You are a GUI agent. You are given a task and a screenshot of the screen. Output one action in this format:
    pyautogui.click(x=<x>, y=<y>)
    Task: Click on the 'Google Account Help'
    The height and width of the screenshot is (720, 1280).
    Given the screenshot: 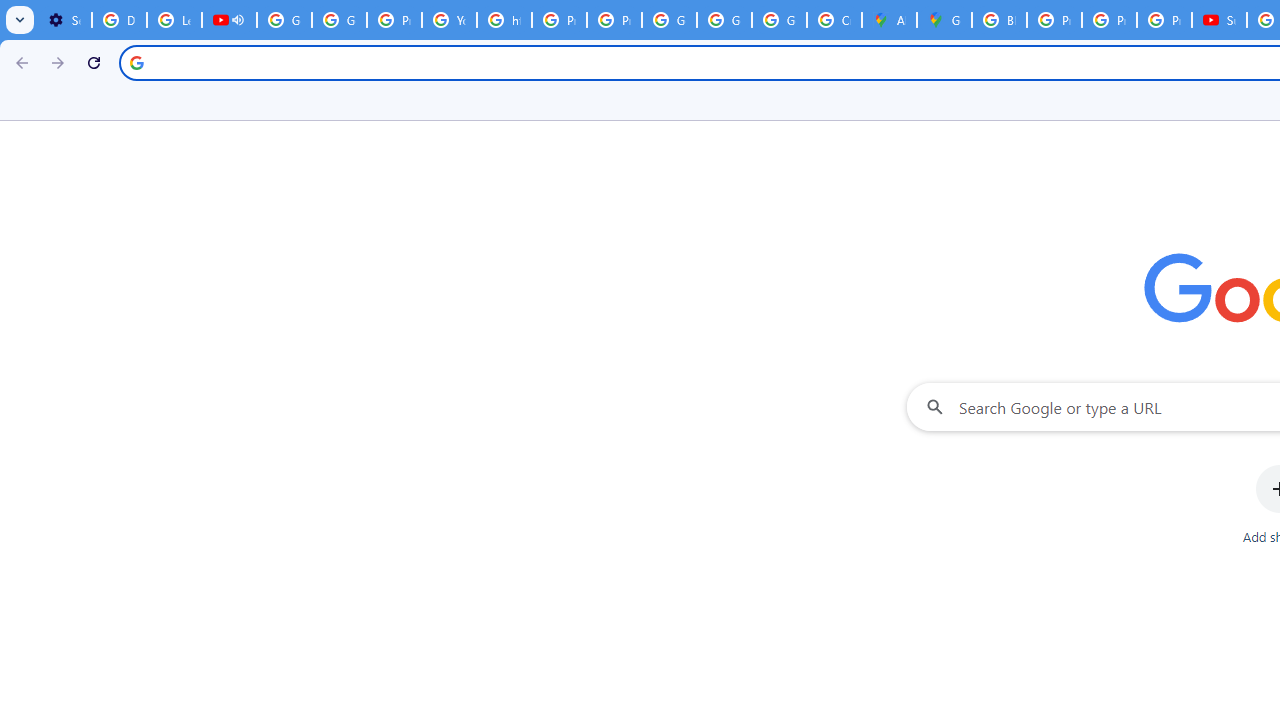 What is the action you would take?
    pyautogui.click(x=283, y=20)
    